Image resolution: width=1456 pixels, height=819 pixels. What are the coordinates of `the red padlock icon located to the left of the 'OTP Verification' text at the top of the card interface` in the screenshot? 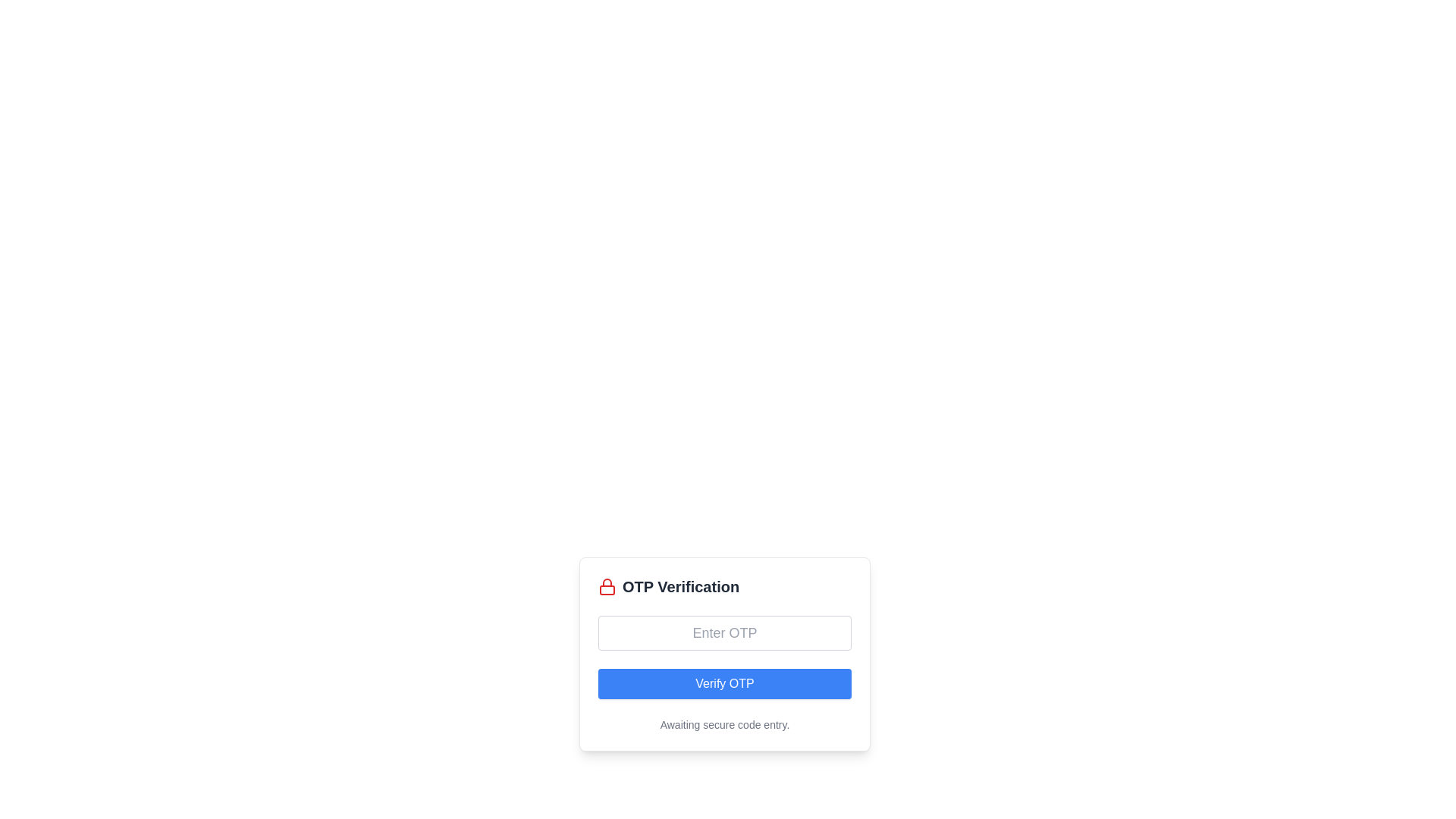 It's located at (607, 586).